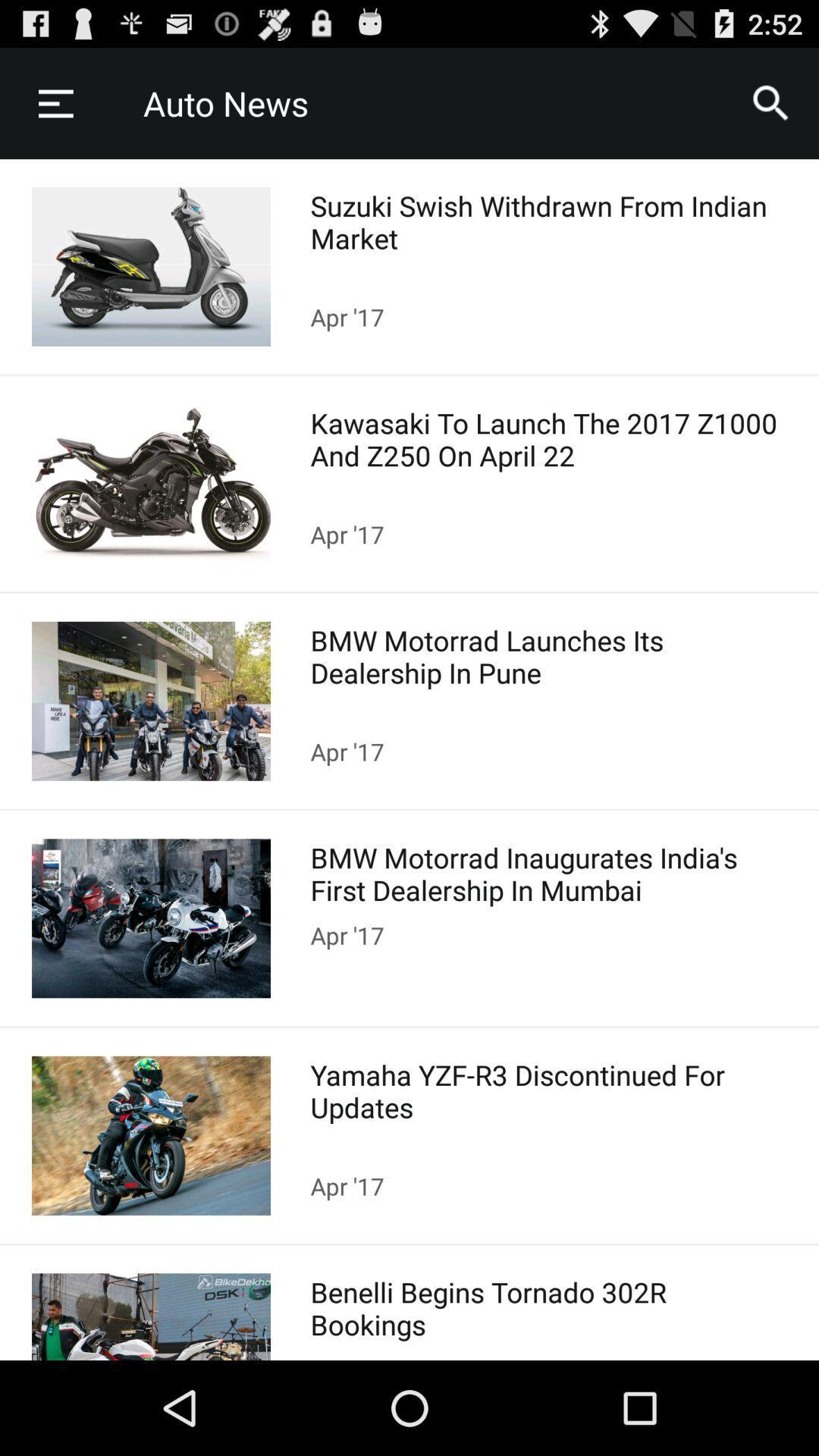 This screenshot has height=1456, width=819. What do you see at coordinates (151, 701) in the screenshot?
I see `the third image from the top` at bounding box center [151, 701].